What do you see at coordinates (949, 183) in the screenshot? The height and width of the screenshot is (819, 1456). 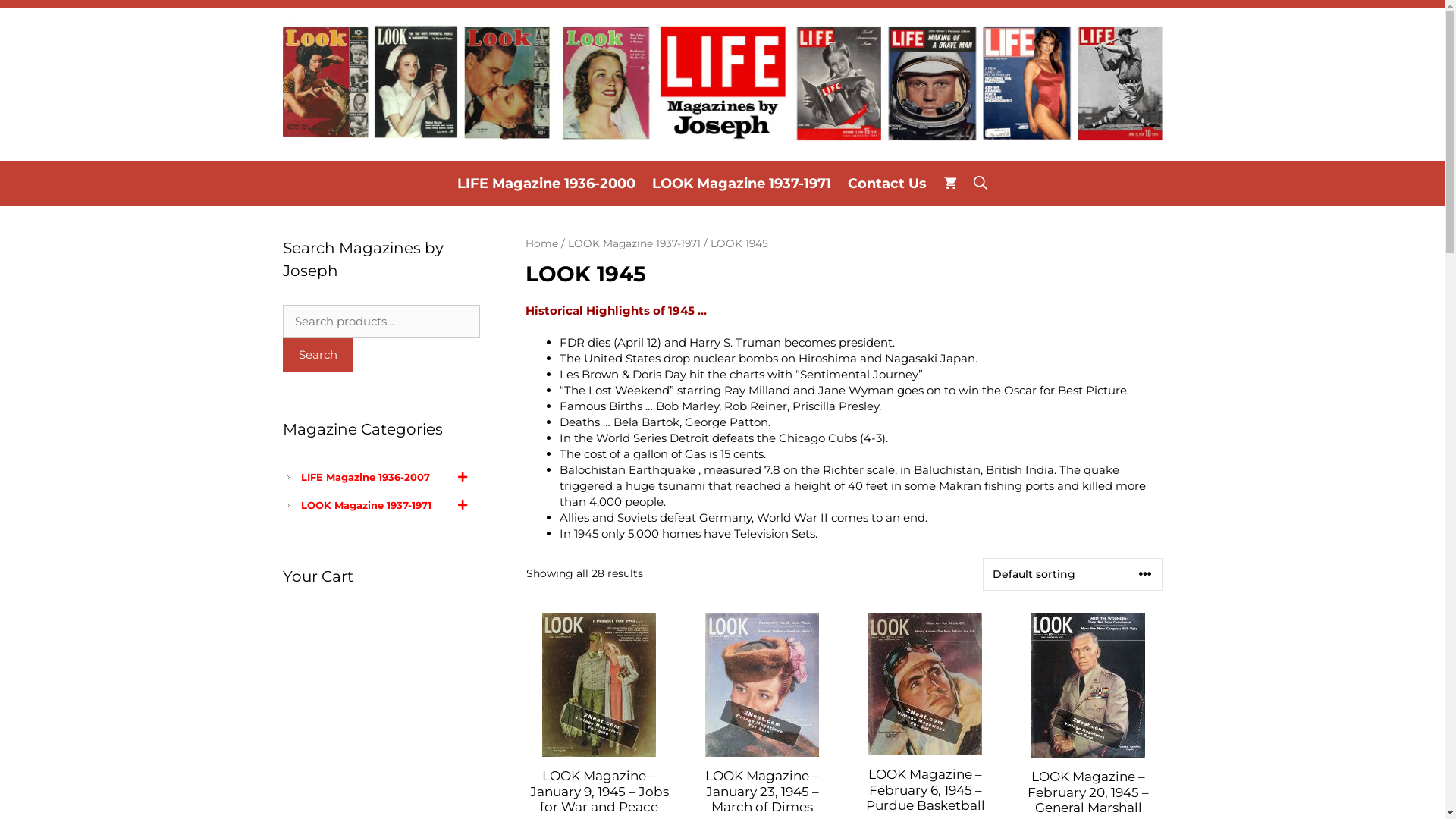 I see `'View your shopping cart'` at bounding box center [949, 183].